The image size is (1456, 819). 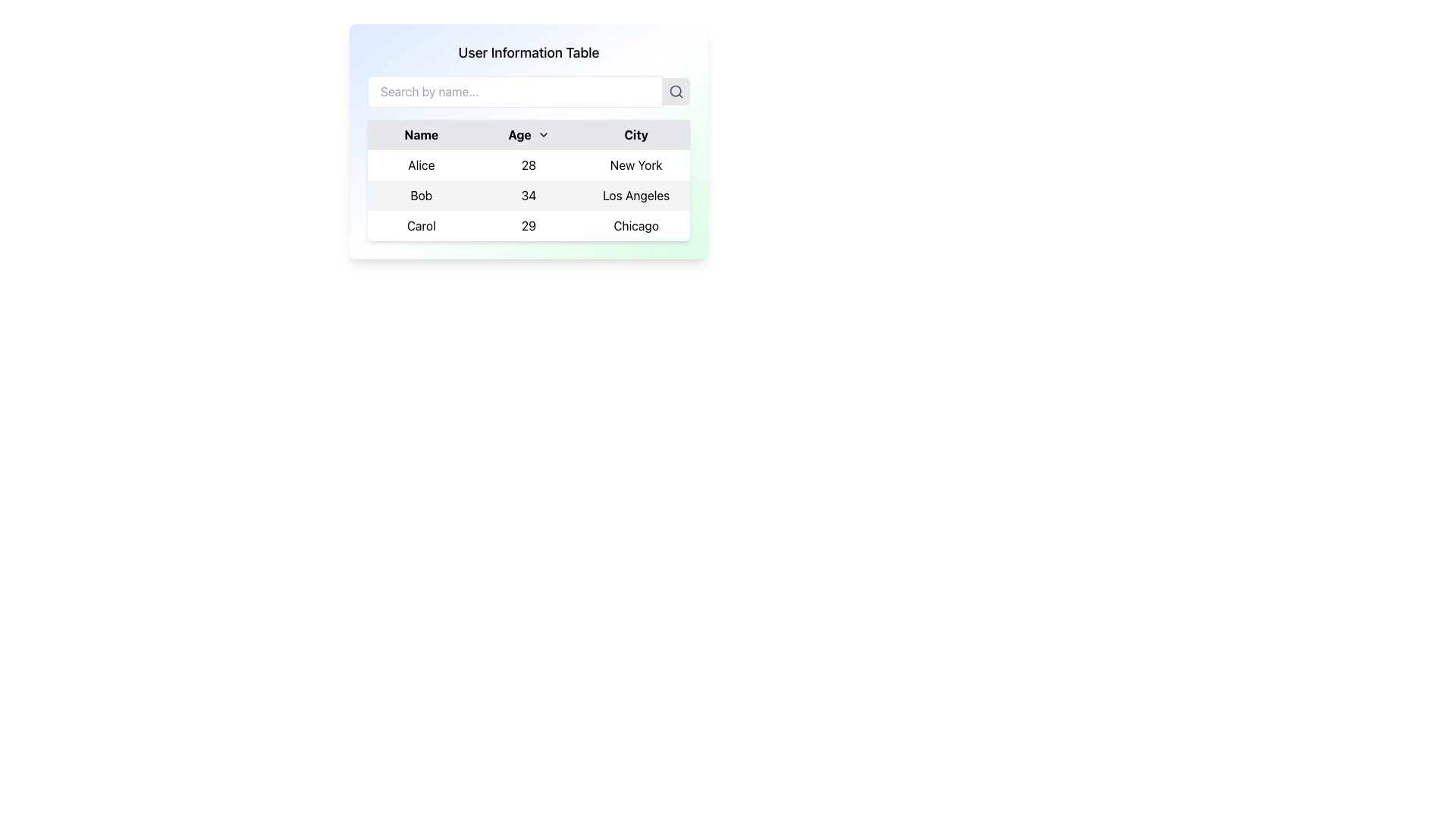 What do you see at coordinates (676, 91) in the screenshot?
I see `the search icon located at the top-right corner of the search bar to initiate a search action` at bounding box center [676, 91].